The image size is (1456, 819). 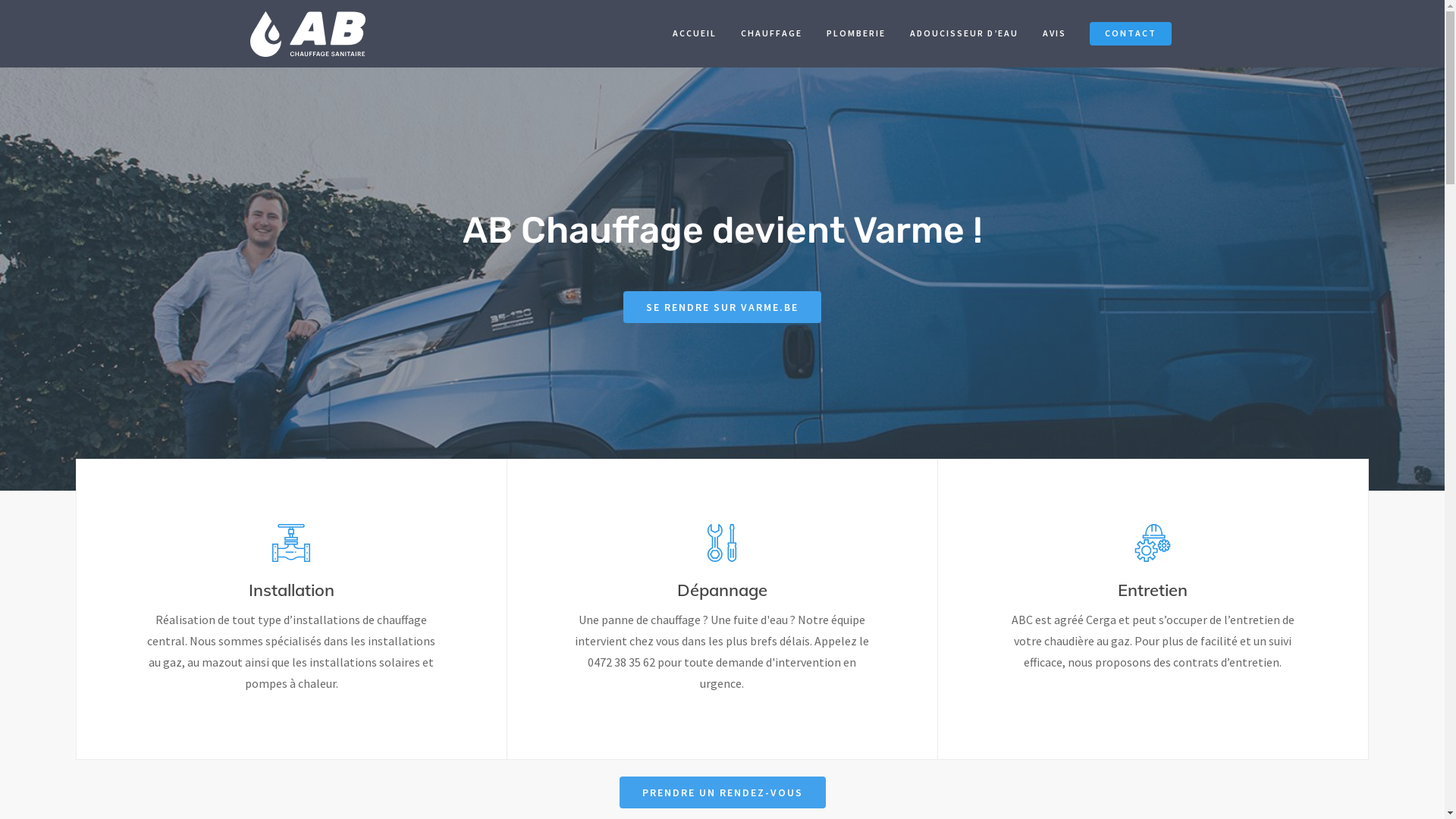 What do you see at coordinates (720, 792) in the screenshot?
I see `'PRENDRE UN RENDEZ-VOUS'` at bounding box center [720, 792].